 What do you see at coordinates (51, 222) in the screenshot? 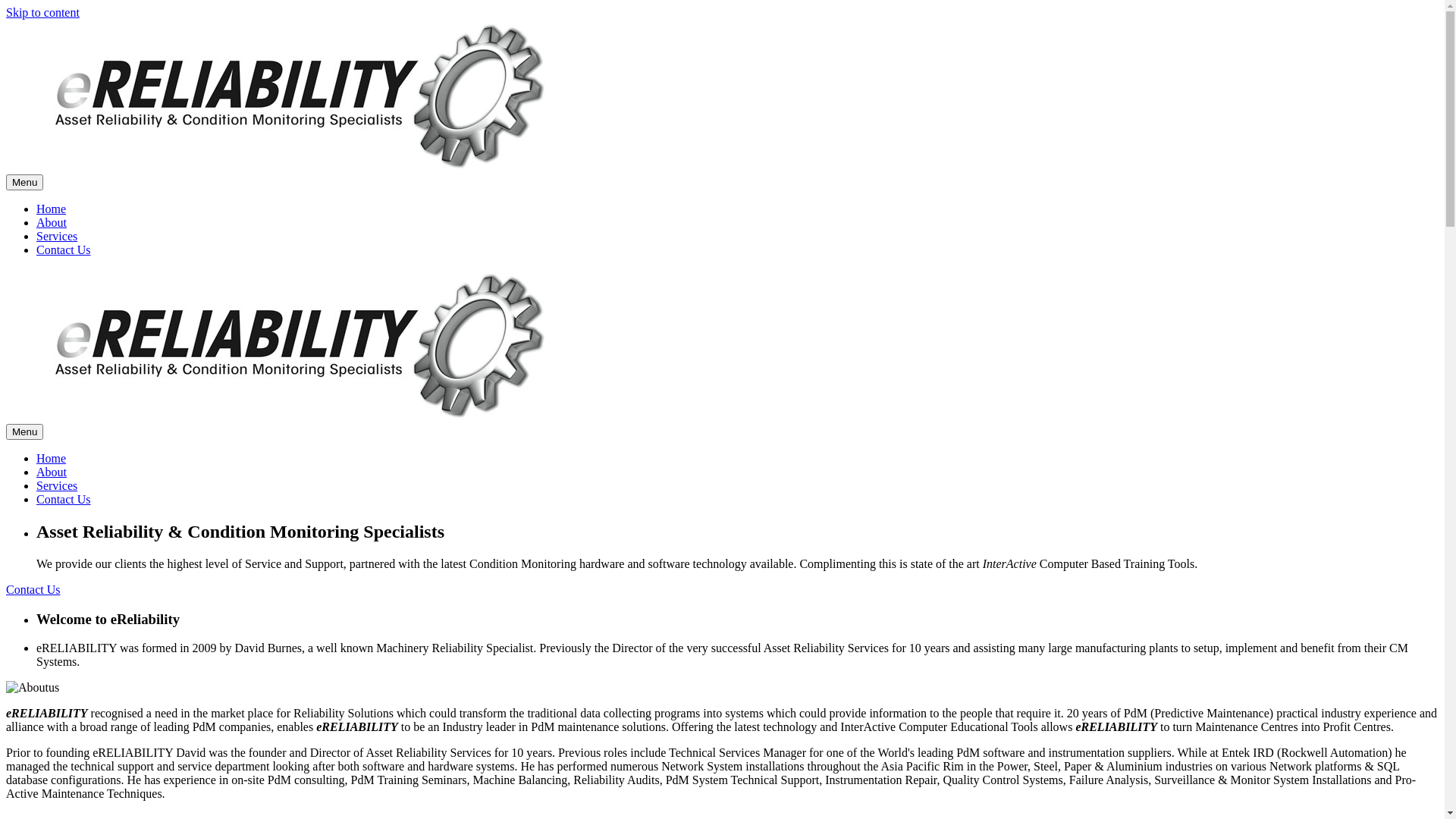
I see `'About'` at bounding box center [51, 222].